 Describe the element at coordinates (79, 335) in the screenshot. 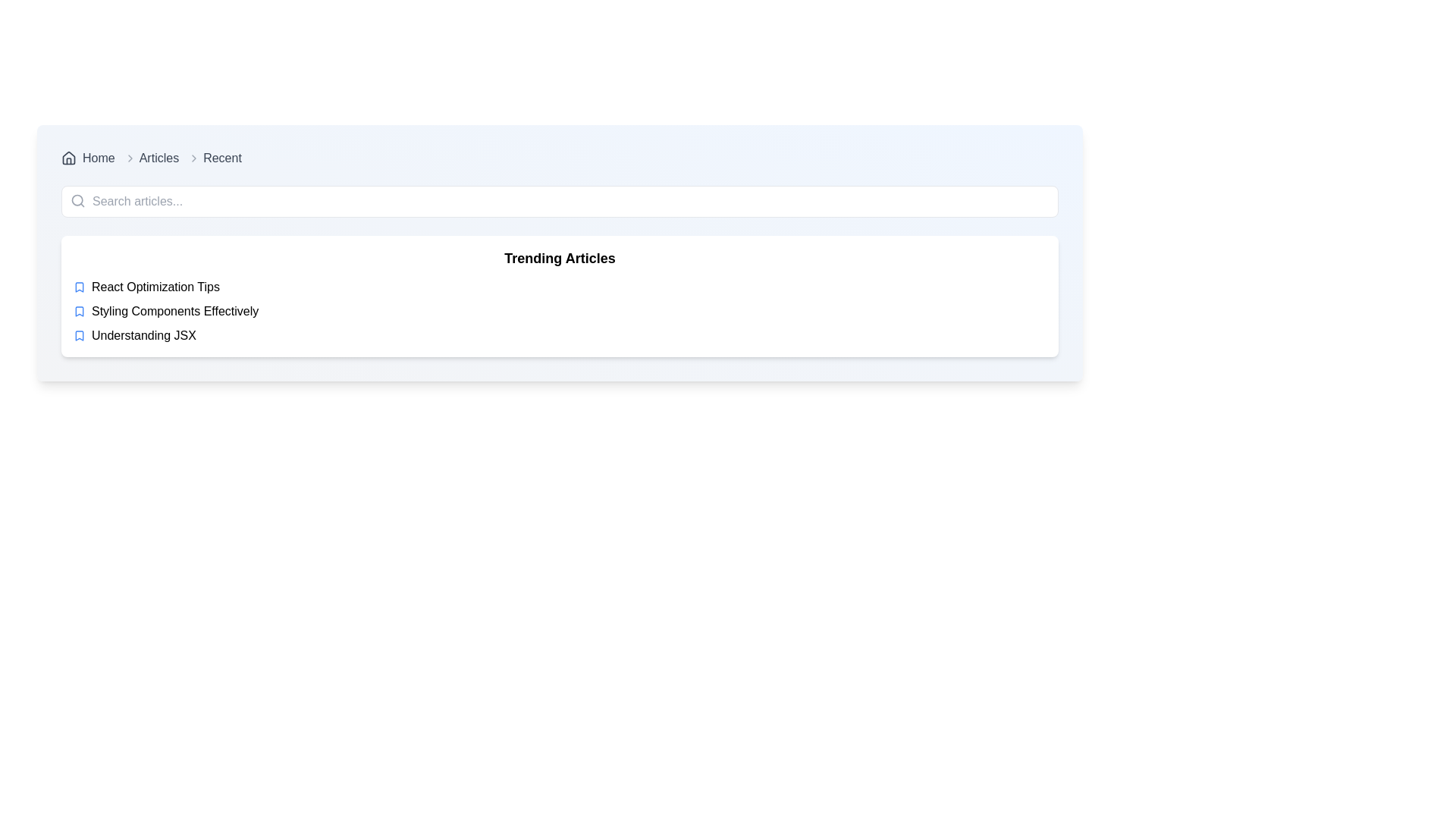

I see `the bookmark icon, which is the first leftmost element within the 'Understanding JSX' item under the 'Trending Articles' section` at that location.